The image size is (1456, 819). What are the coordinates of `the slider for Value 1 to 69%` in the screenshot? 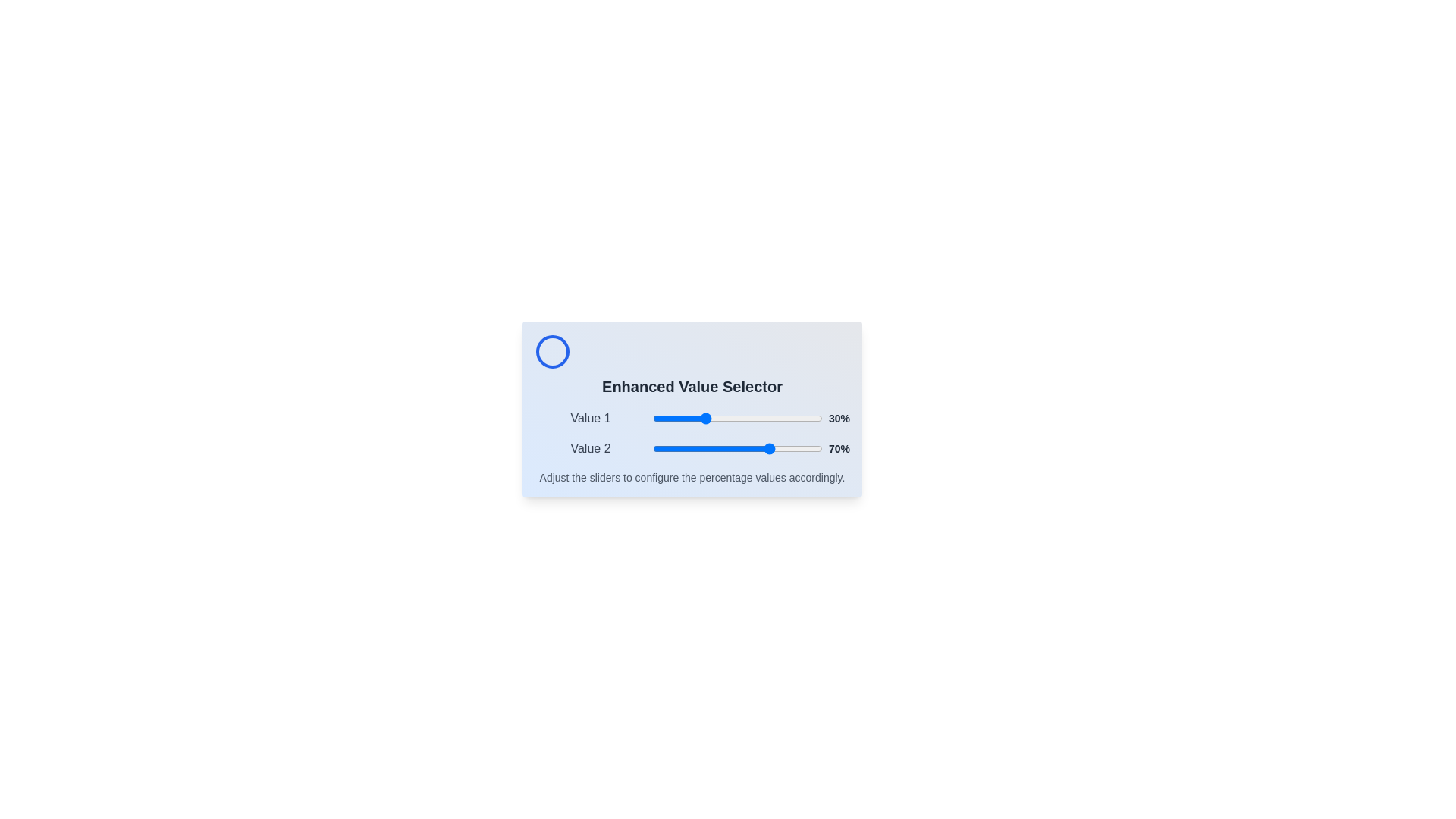 It's located at (770, 418).